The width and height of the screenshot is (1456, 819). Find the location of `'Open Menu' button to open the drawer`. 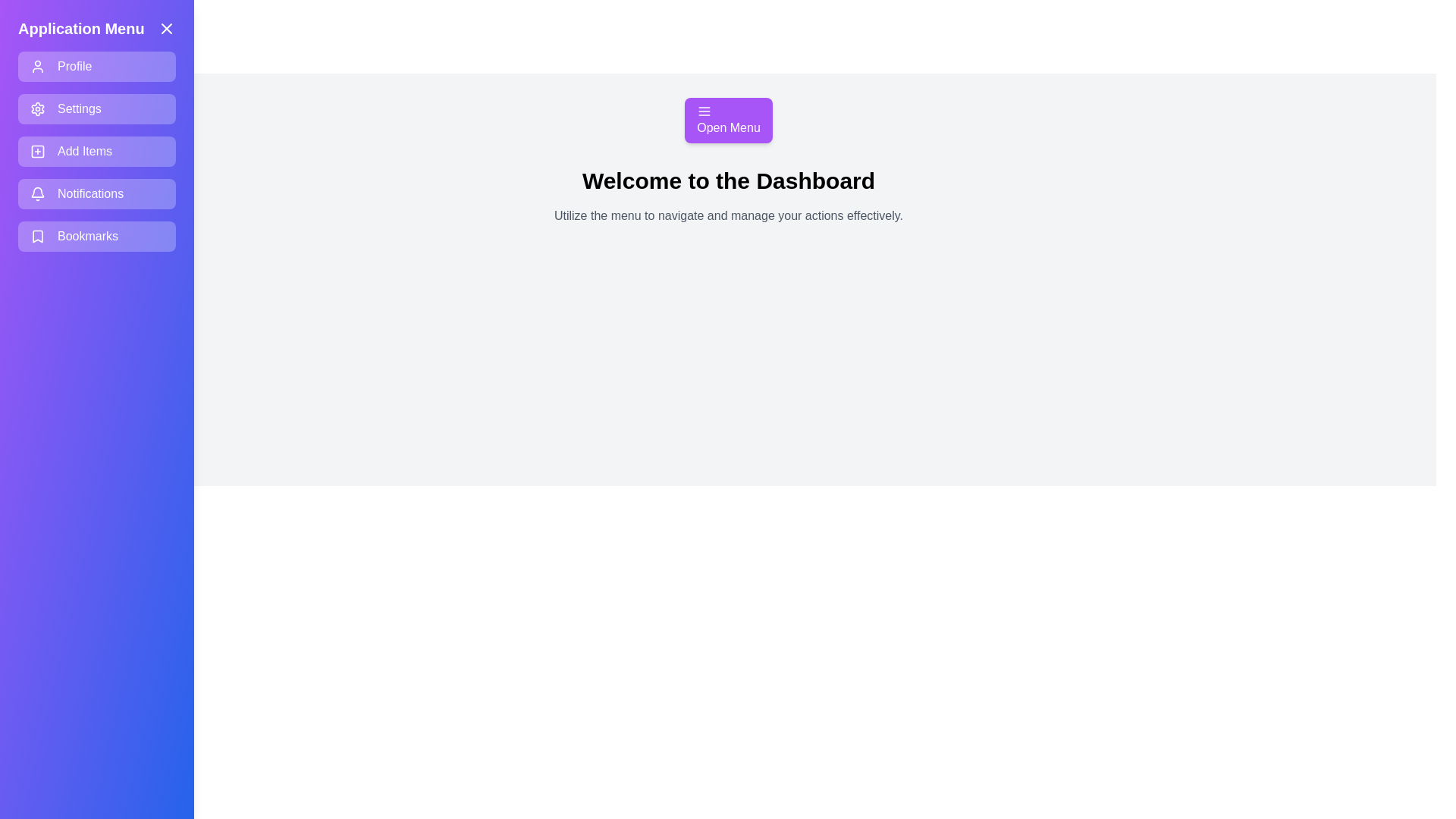

'Open Menu' button to open the drawer is located at coordinates (728, 119).